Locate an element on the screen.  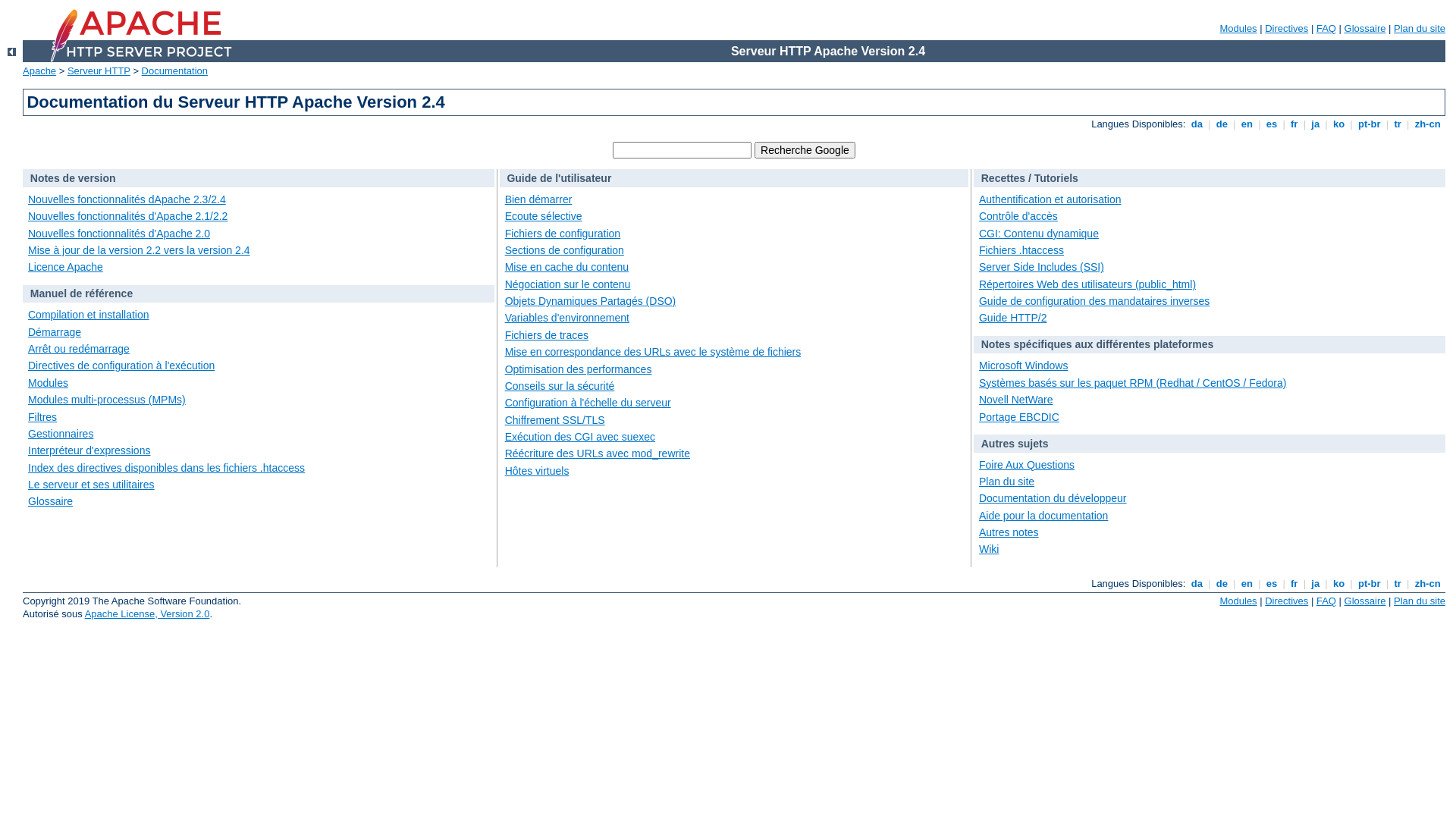
'Authentification et autorisation' is located at coordinates (1050, 198).